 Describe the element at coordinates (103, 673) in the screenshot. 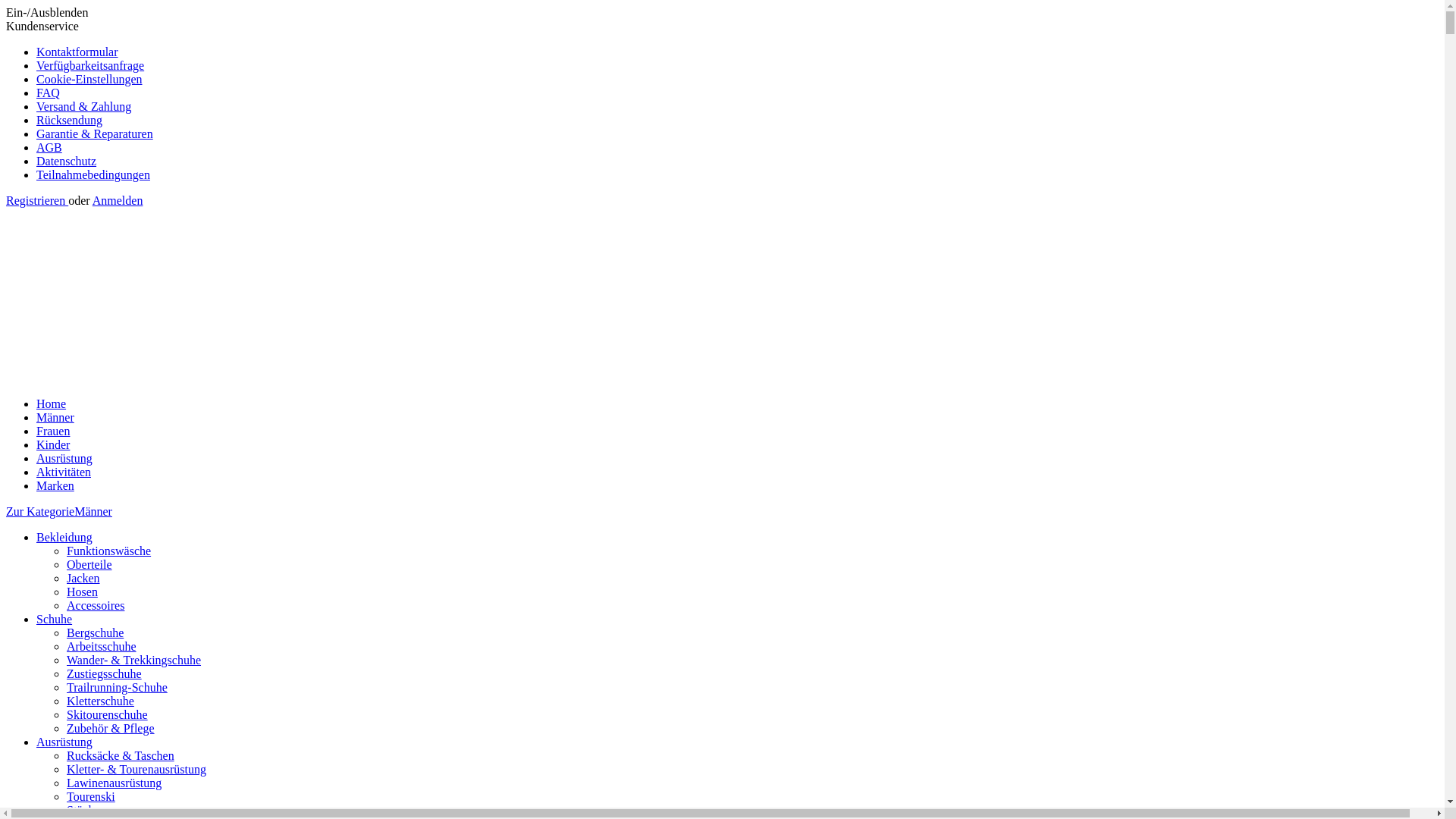

I see `'Zustiegsschuhe'` at that location.